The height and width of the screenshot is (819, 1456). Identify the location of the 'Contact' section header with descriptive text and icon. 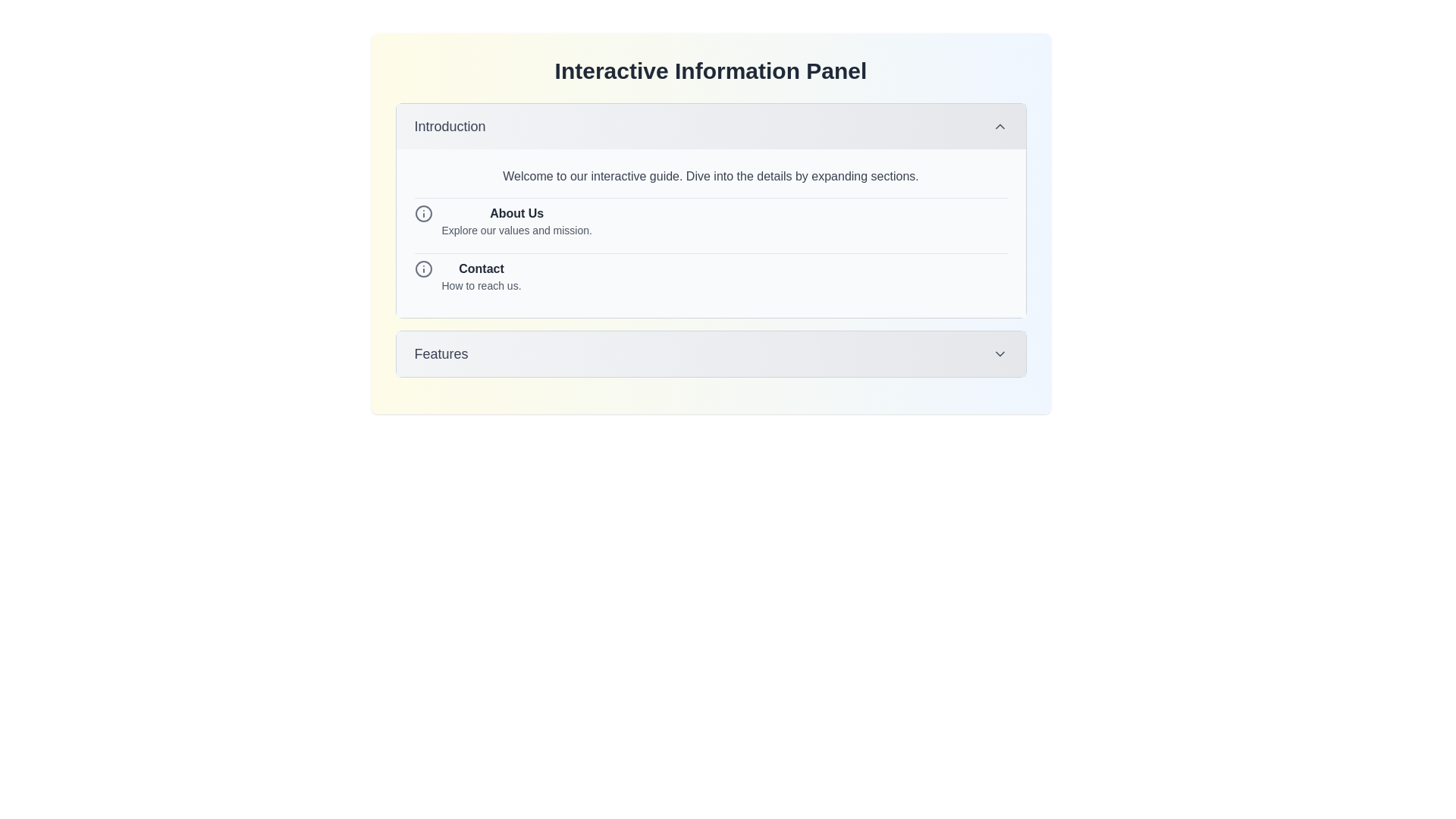
(710, 276).